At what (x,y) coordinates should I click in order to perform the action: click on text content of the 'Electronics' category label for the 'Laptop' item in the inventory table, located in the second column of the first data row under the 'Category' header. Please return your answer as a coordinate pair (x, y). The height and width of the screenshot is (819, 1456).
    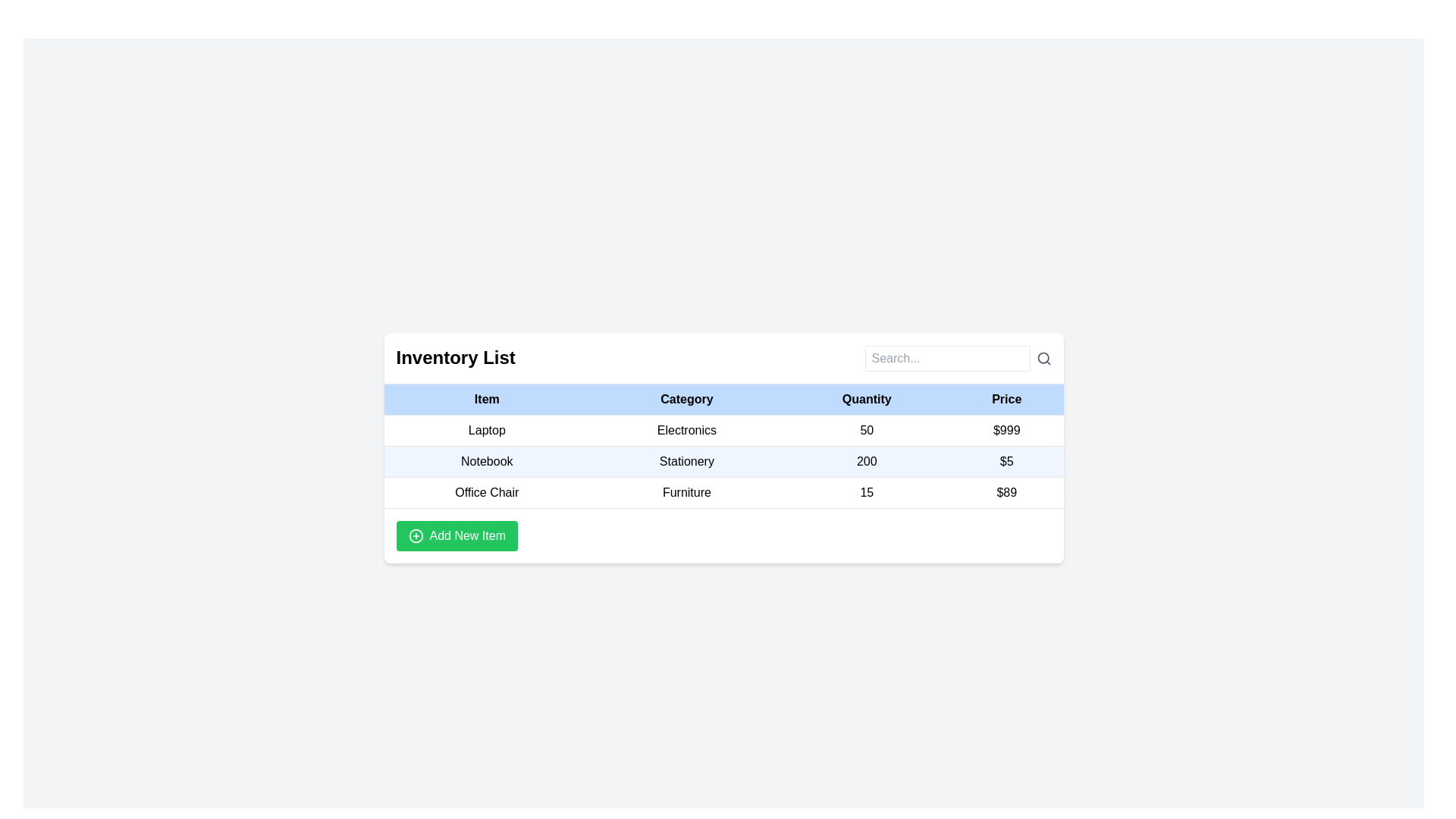
    Looking at the image, I should click on (686, 430).